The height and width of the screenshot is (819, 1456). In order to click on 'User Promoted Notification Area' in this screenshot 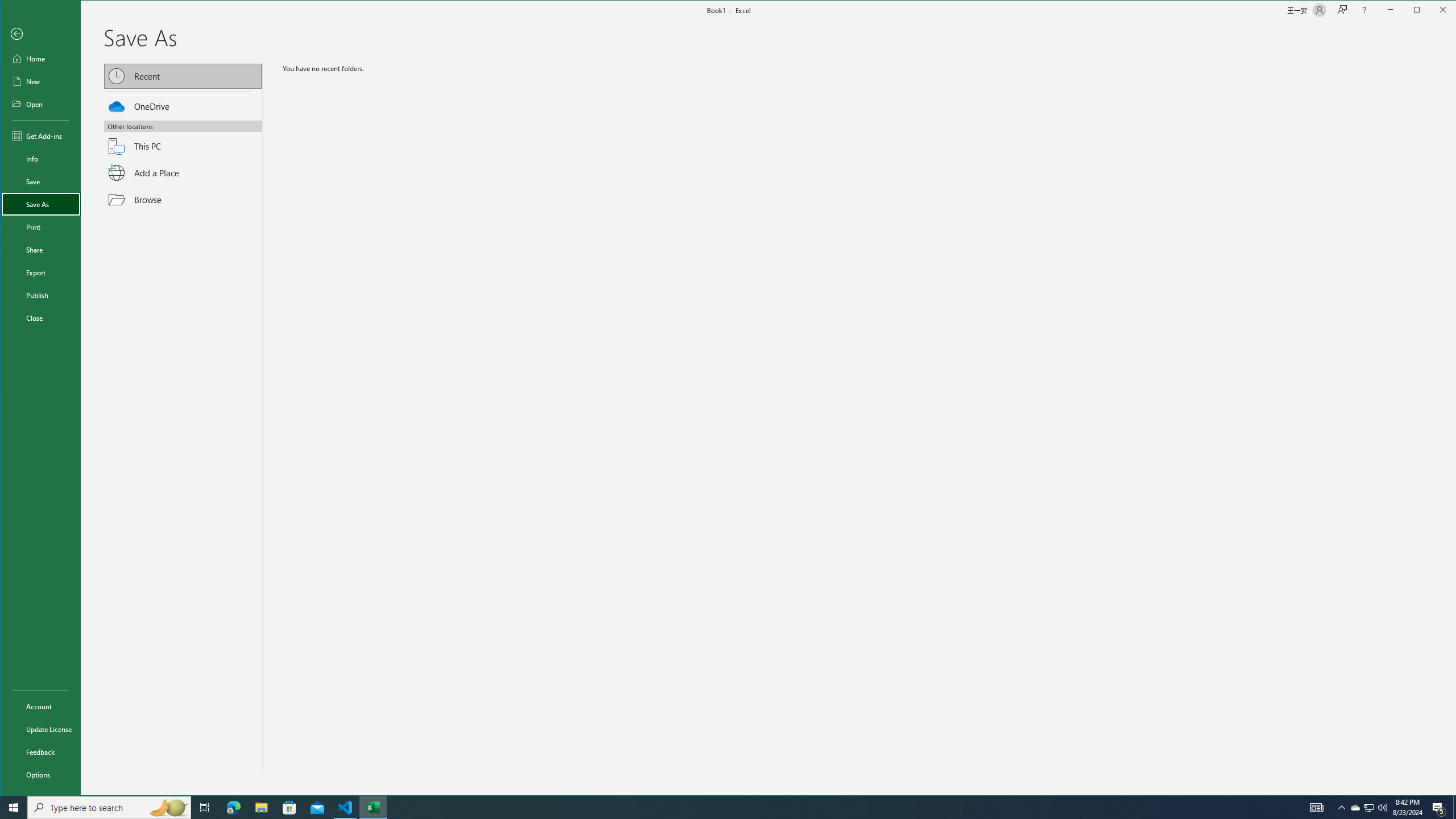, I will do `click(1368, 806)`.